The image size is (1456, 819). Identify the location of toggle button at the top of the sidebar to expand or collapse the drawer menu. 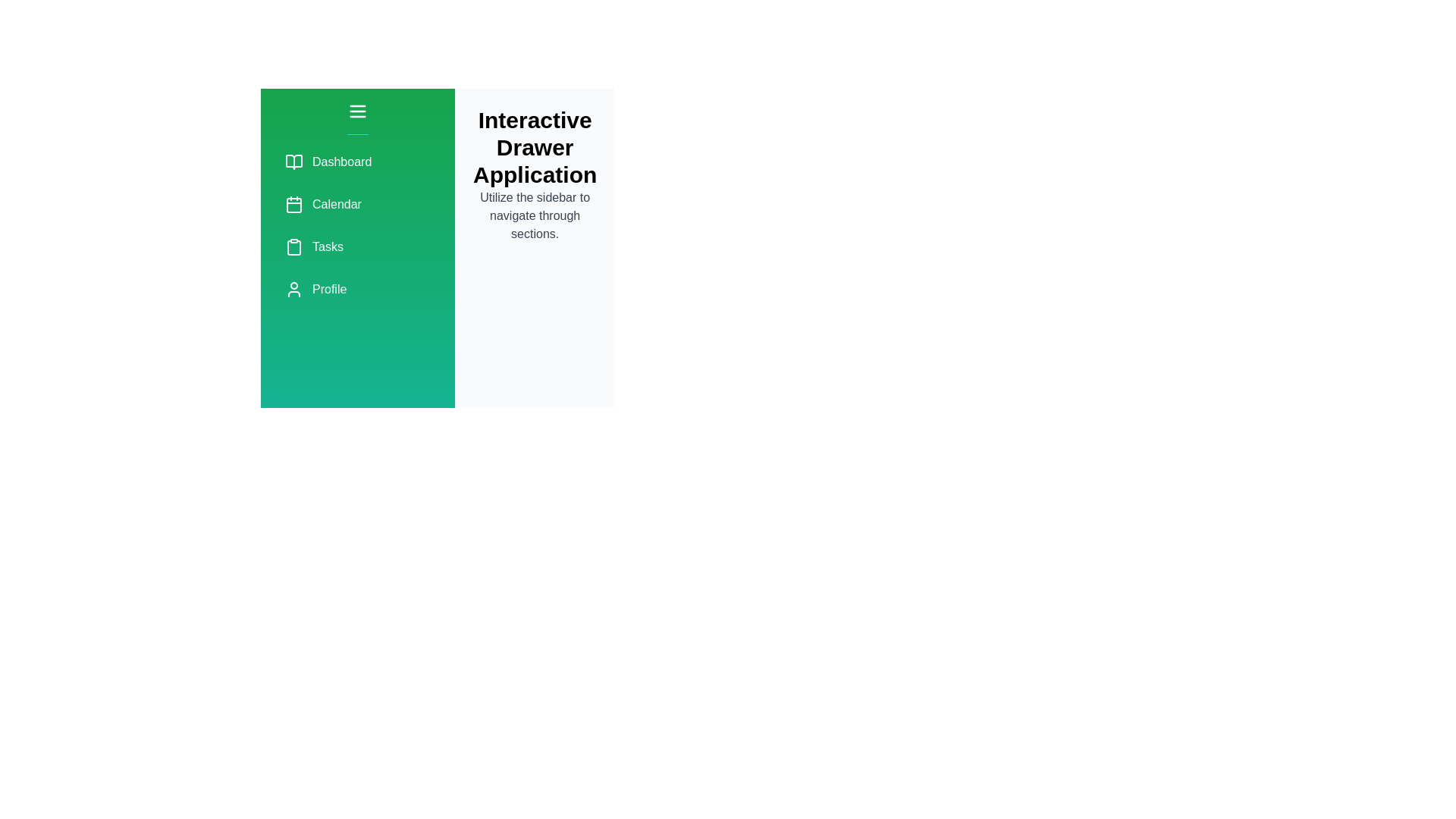
(356, 111).